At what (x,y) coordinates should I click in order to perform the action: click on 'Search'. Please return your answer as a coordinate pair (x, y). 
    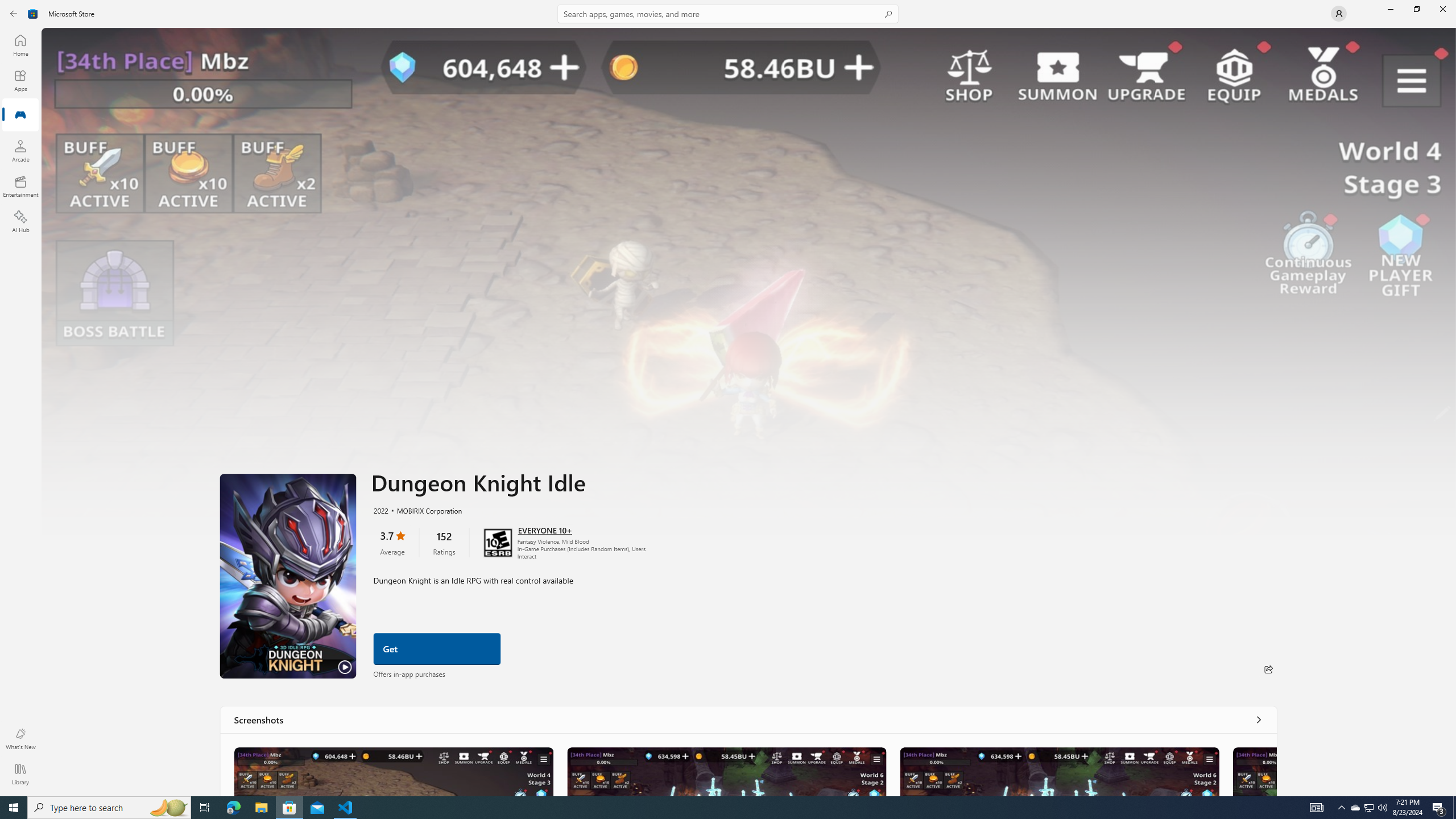
    Looking at the image, I should click on (728, 13).